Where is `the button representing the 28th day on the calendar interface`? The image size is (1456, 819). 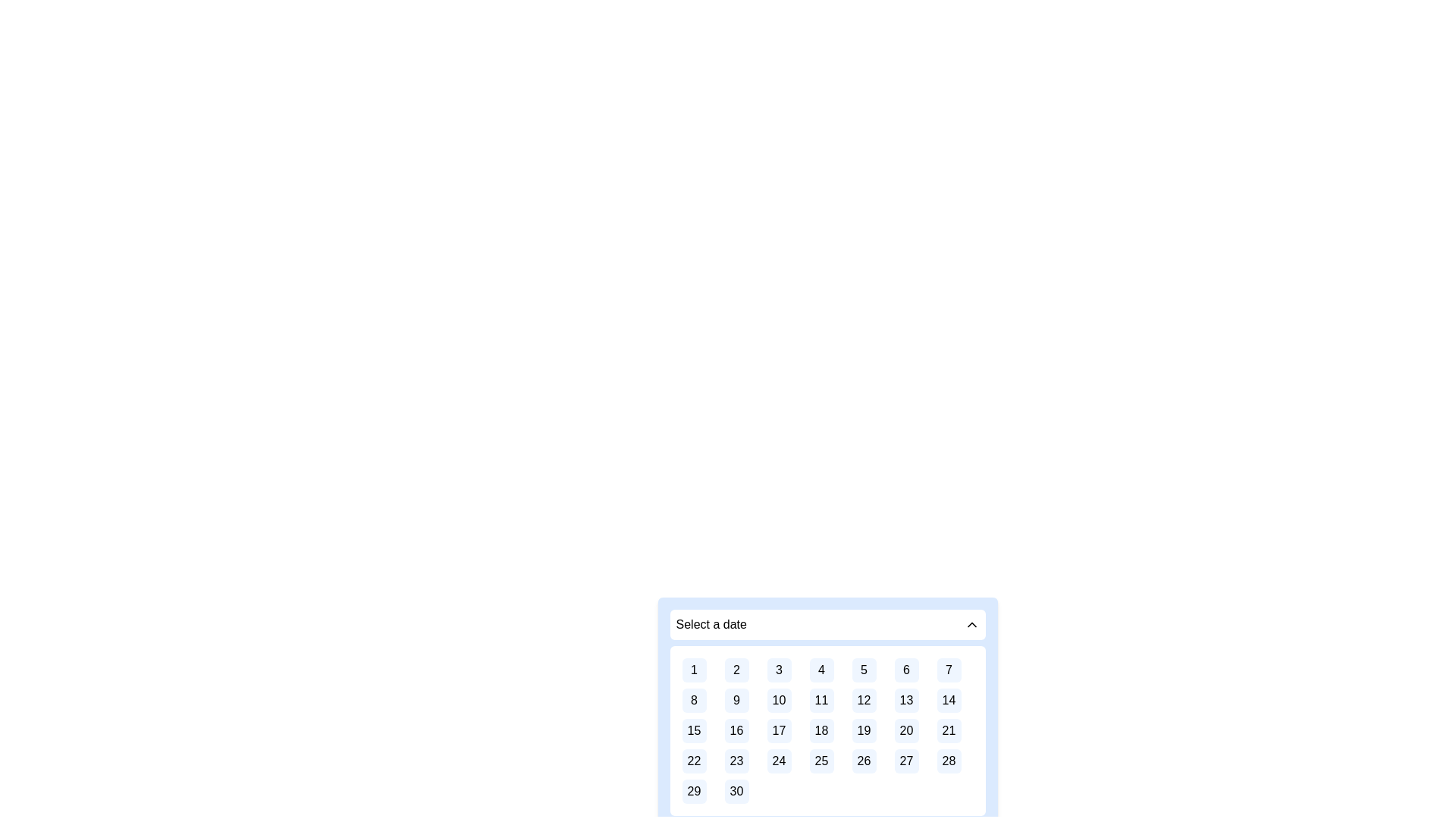 the button representing the 28th day on the calendar interface is located at coordinates (948, 761).